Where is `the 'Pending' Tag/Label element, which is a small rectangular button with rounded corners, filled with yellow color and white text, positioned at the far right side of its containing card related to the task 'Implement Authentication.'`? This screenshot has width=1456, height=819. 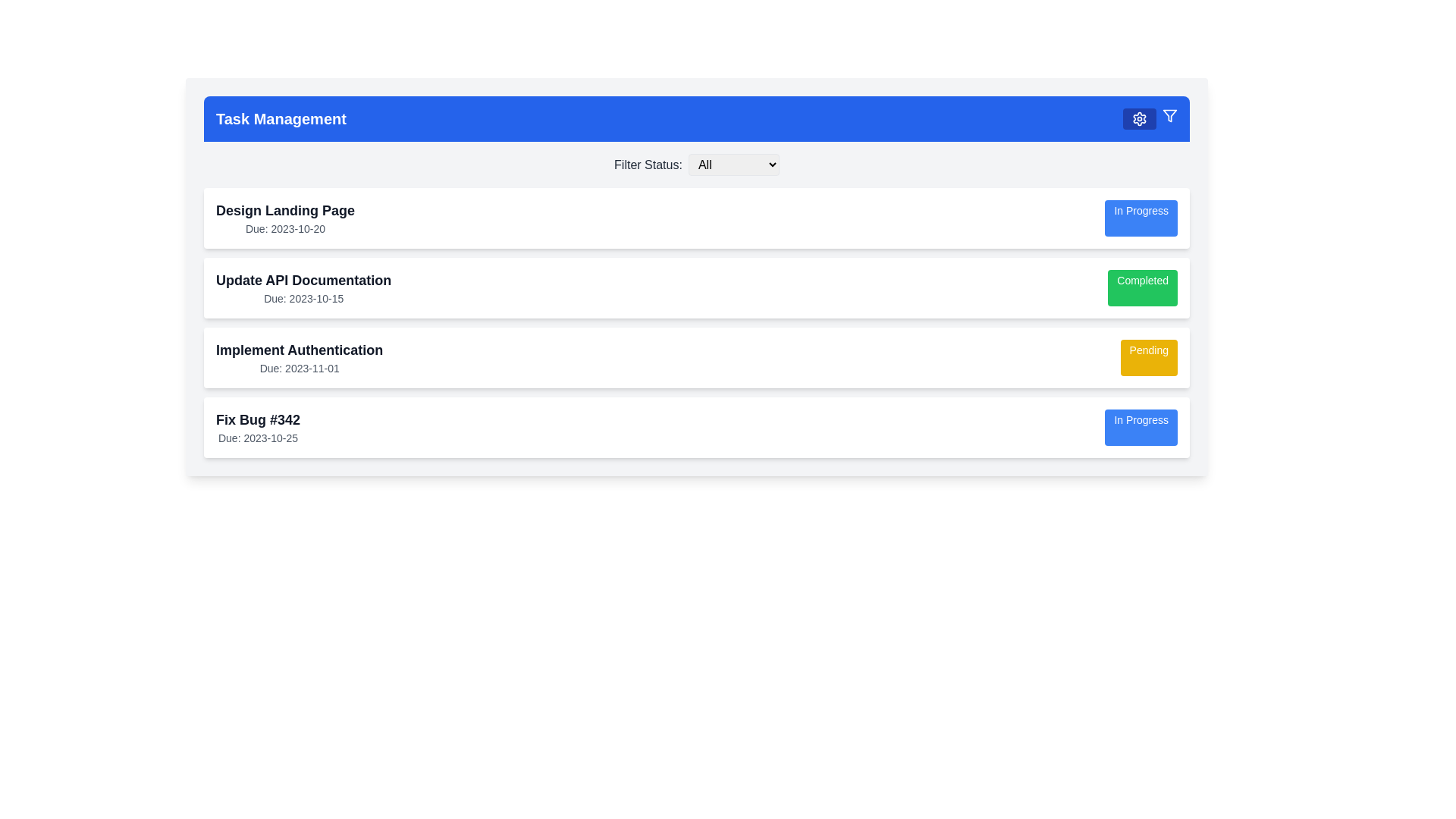
the 'Pending' Tag/Label element, which is a small rectangular button with rounded corners, filled with yellow color and white text, positioned at the far right side of its containing card related to the task 'Implement Authentication.' is located at coordinates (1149, 357).